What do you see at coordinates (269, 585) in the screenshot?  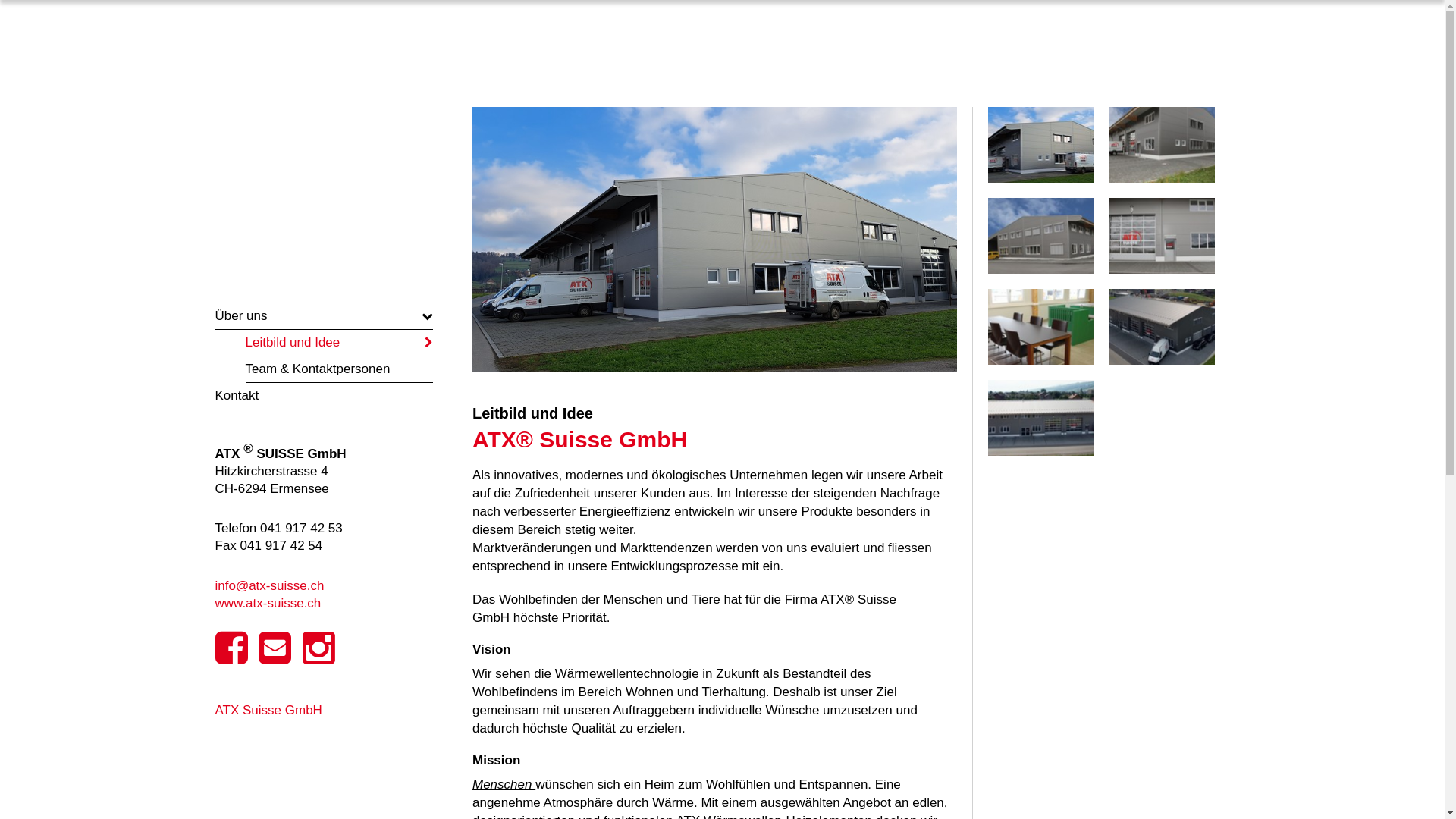 I see `'info@atx-suisse.ch'` at bounding box center [269, 585].